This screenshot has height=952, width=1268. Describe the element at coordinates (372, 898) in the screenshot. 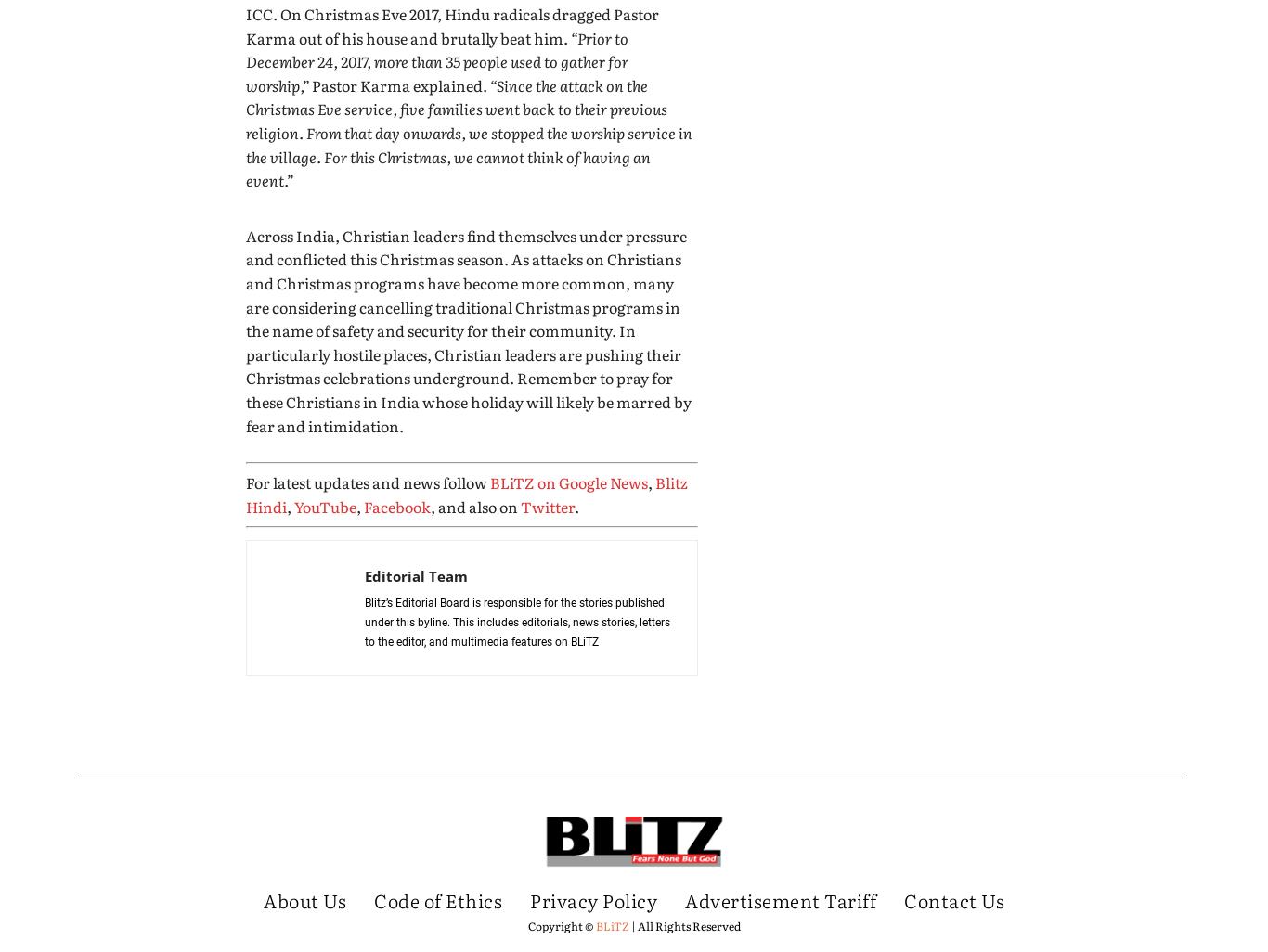

I see `'Code of Ethics'` at that location.